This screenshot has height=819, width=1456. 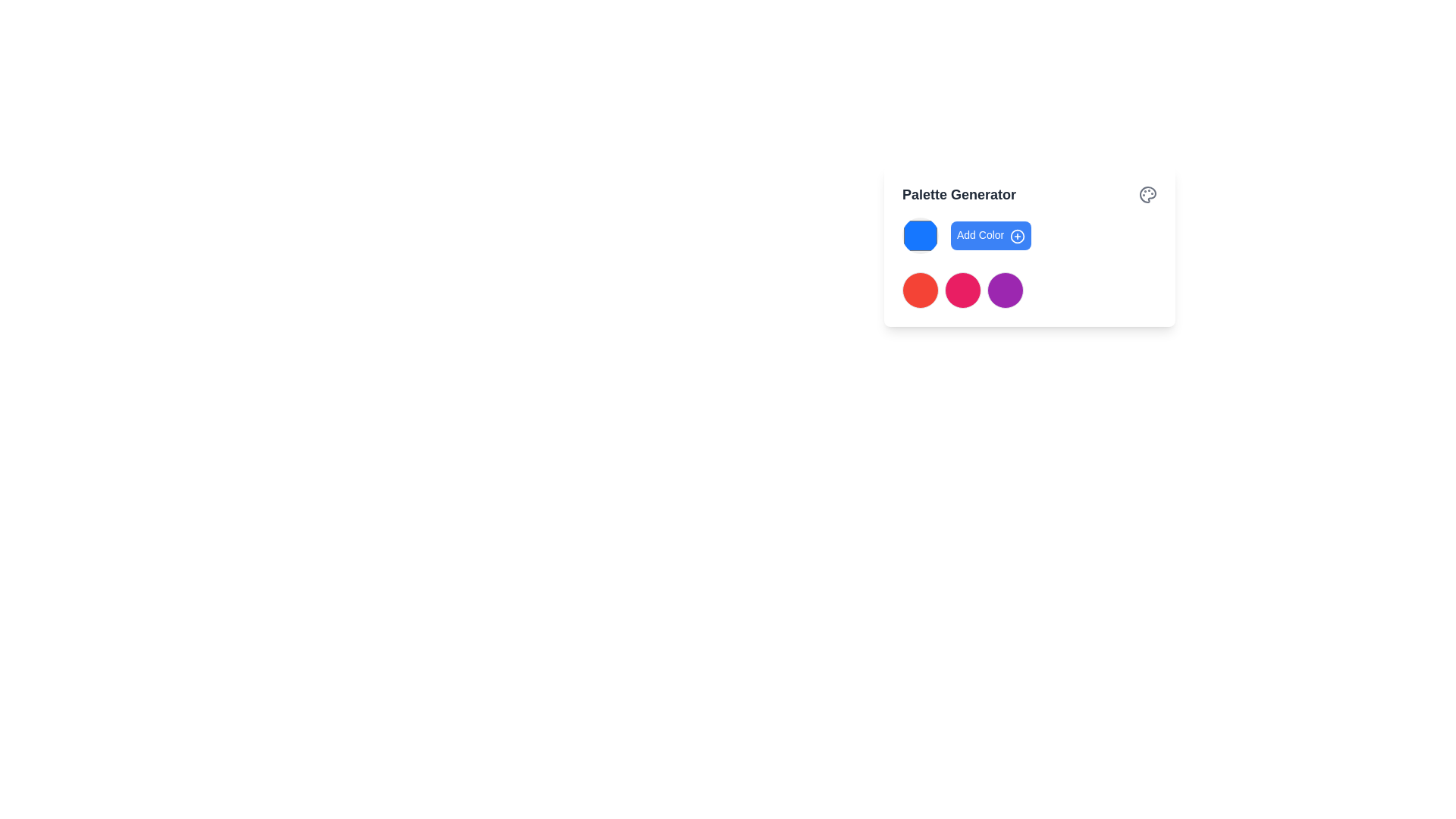 What do you see at coordinates (1018, 236) in the screenshot?
I see `the circular graphic with a blue border that is part of the plus sign icon next to the 'Add Color' button in the Palette Generator section` at bounding box center [1018, 236].